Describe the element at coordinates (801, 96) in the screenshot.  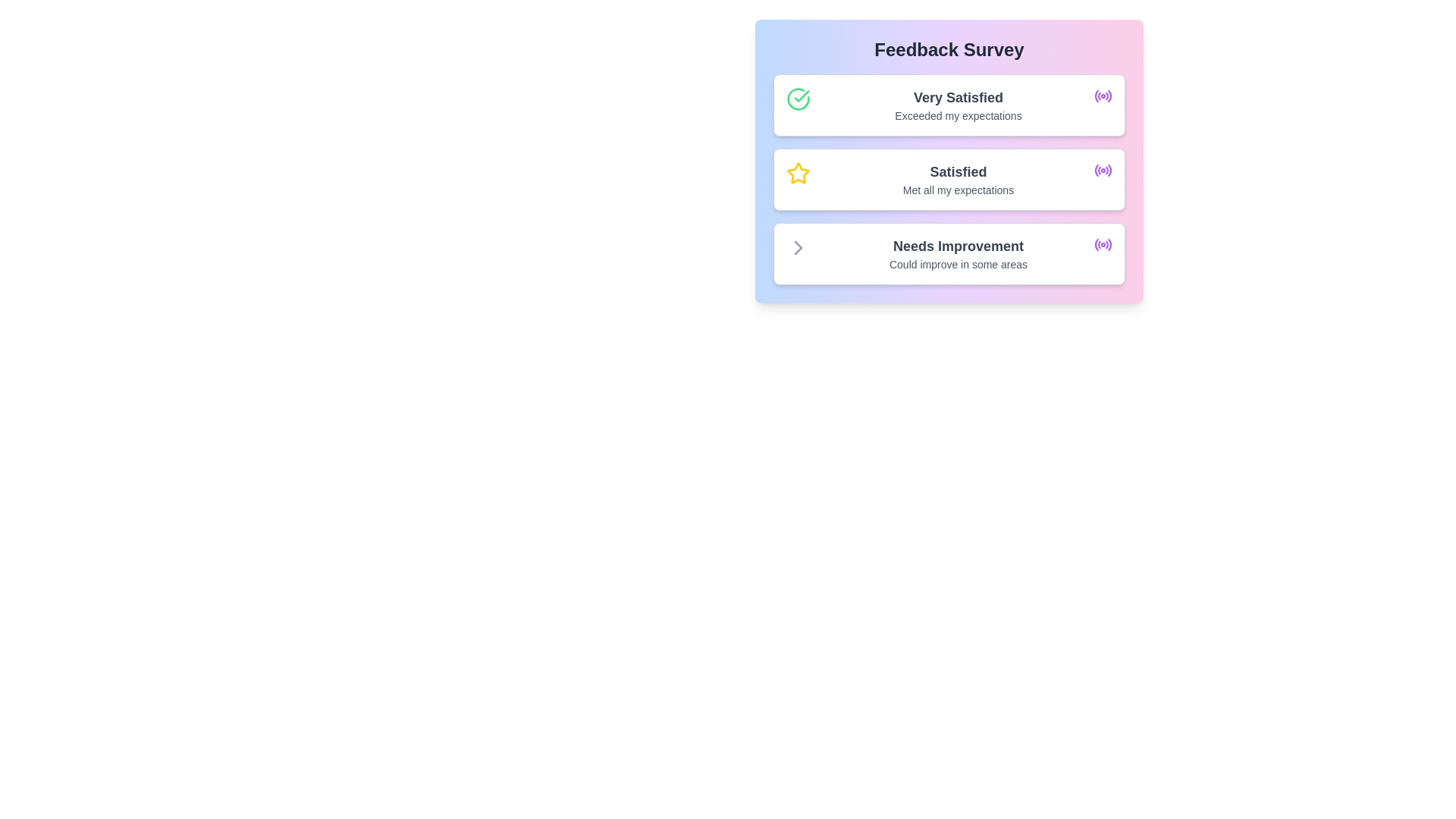
I see `the decorative graphical element that signifies the 'Very Satisfied' feedback option, specifically the green check-mark within the left-side icon` at that location.